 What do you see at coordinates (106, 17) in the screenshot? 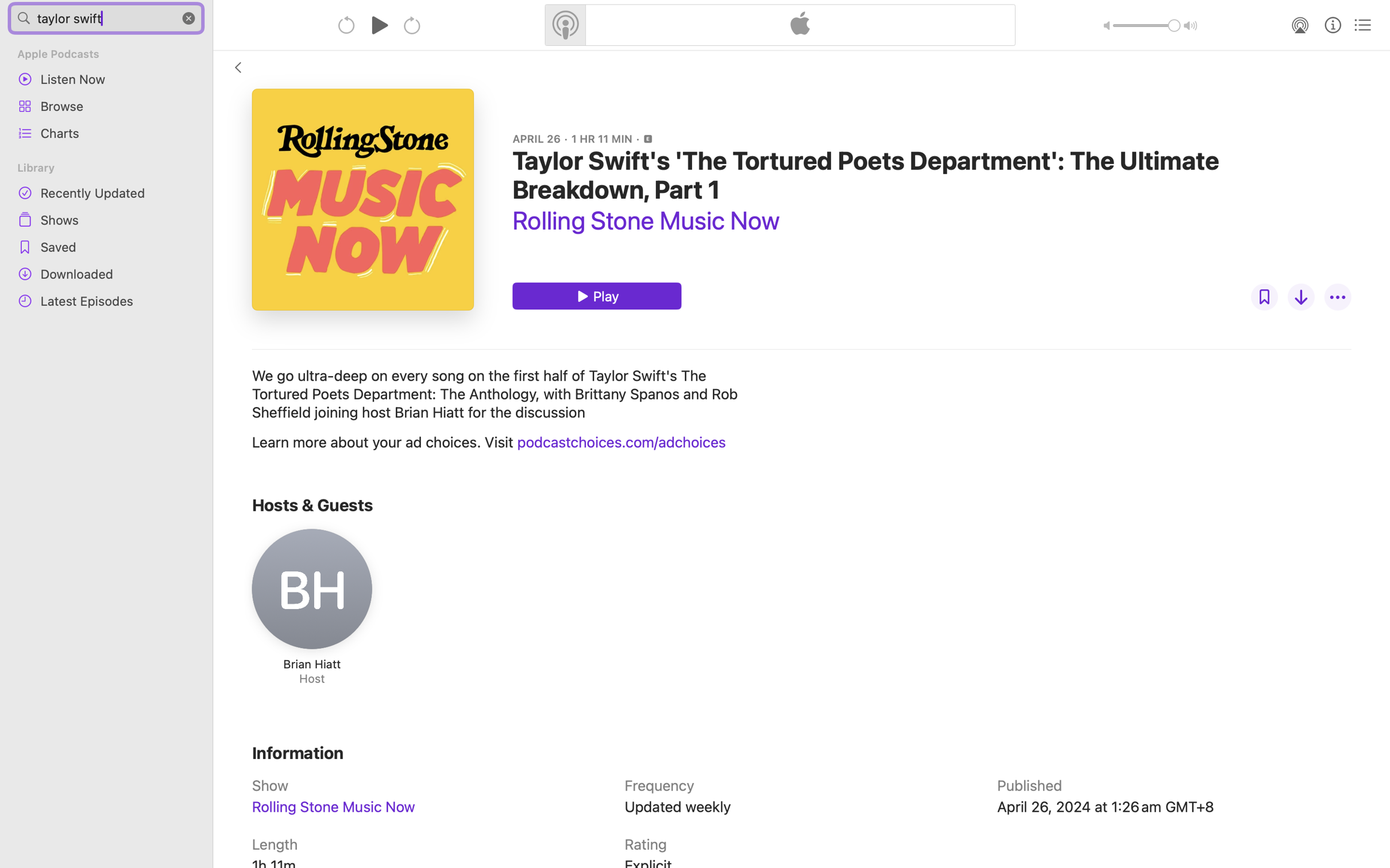
I see `'taylor swift'` at bounding box center [106, 17].